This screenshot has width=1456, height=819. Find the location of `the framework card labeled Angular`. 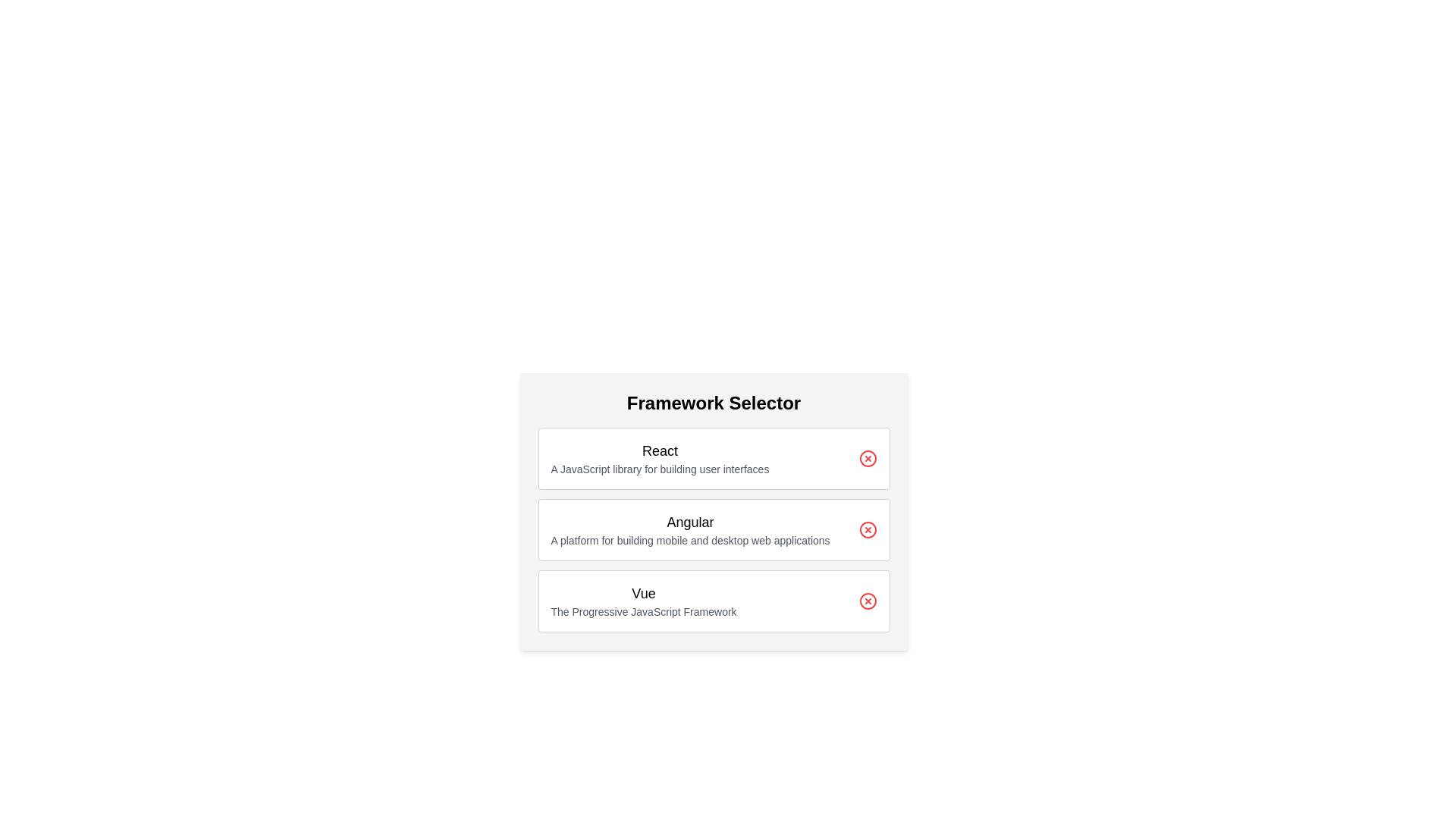

the framework card labeled Angular is located at coordinates (713, 529).